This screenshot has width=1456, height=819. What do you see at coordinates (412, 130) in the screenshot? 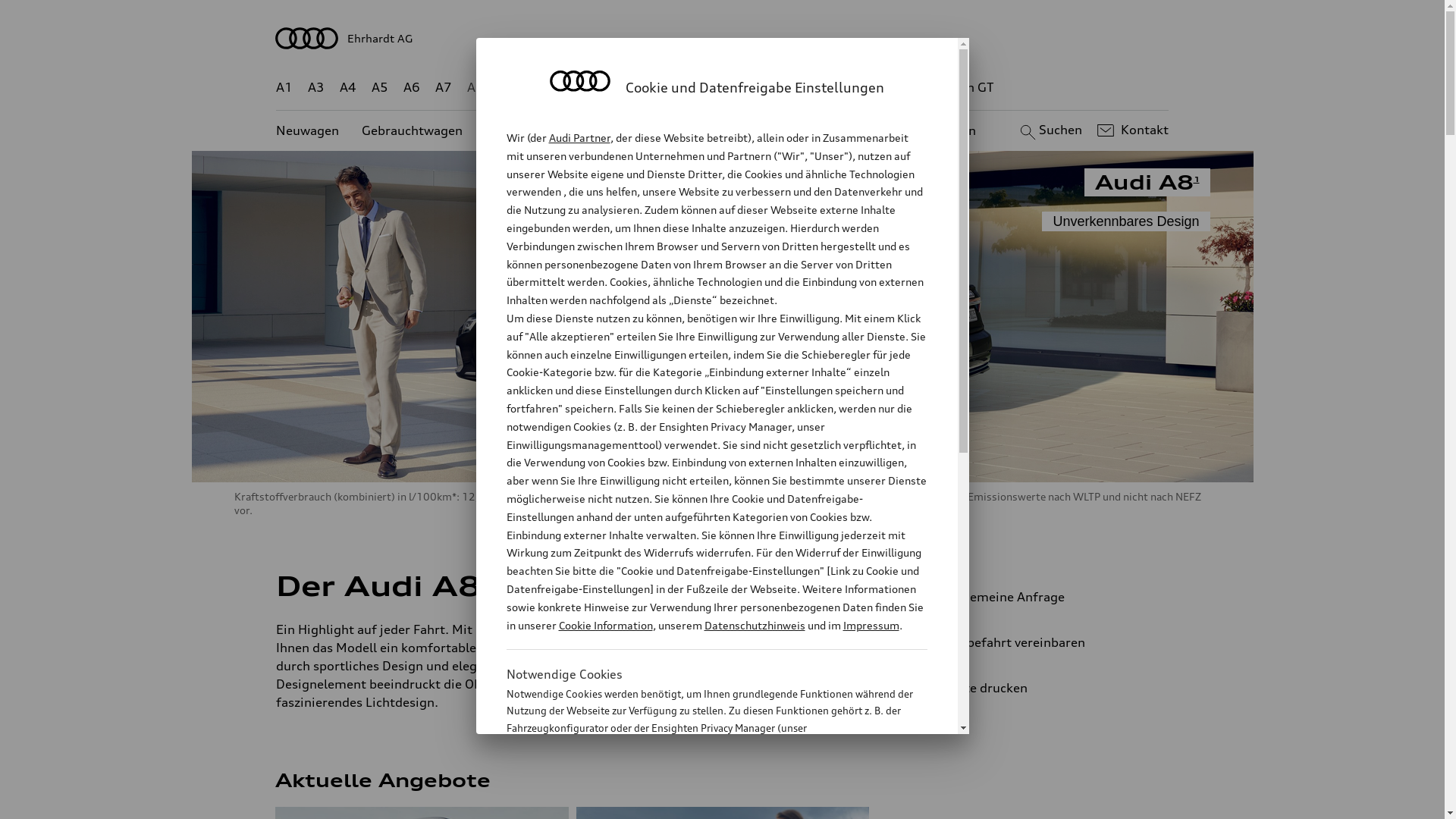
I see `'Gebrauchtwagen'` at bounding box center [412, 130].